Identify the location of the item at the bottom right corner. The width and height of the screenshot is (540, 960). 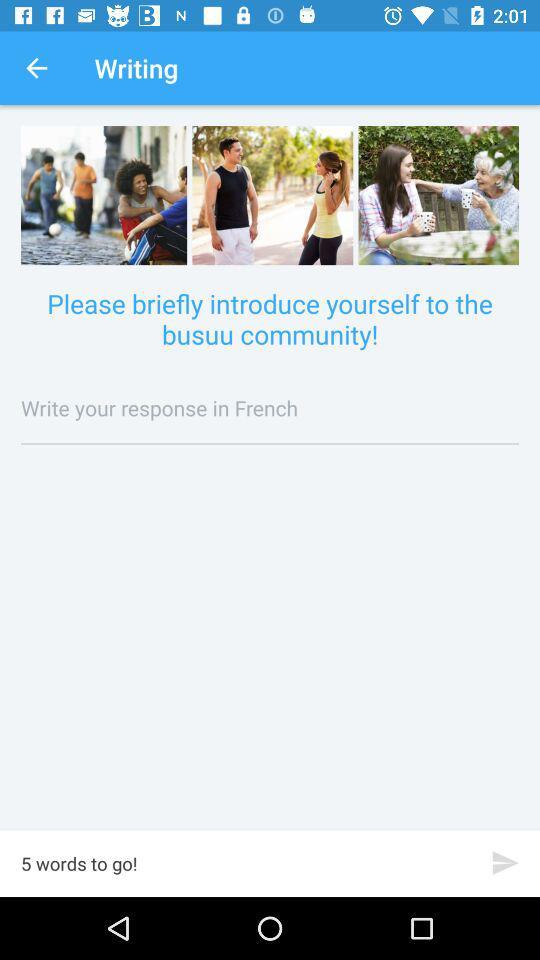
(504, 862).